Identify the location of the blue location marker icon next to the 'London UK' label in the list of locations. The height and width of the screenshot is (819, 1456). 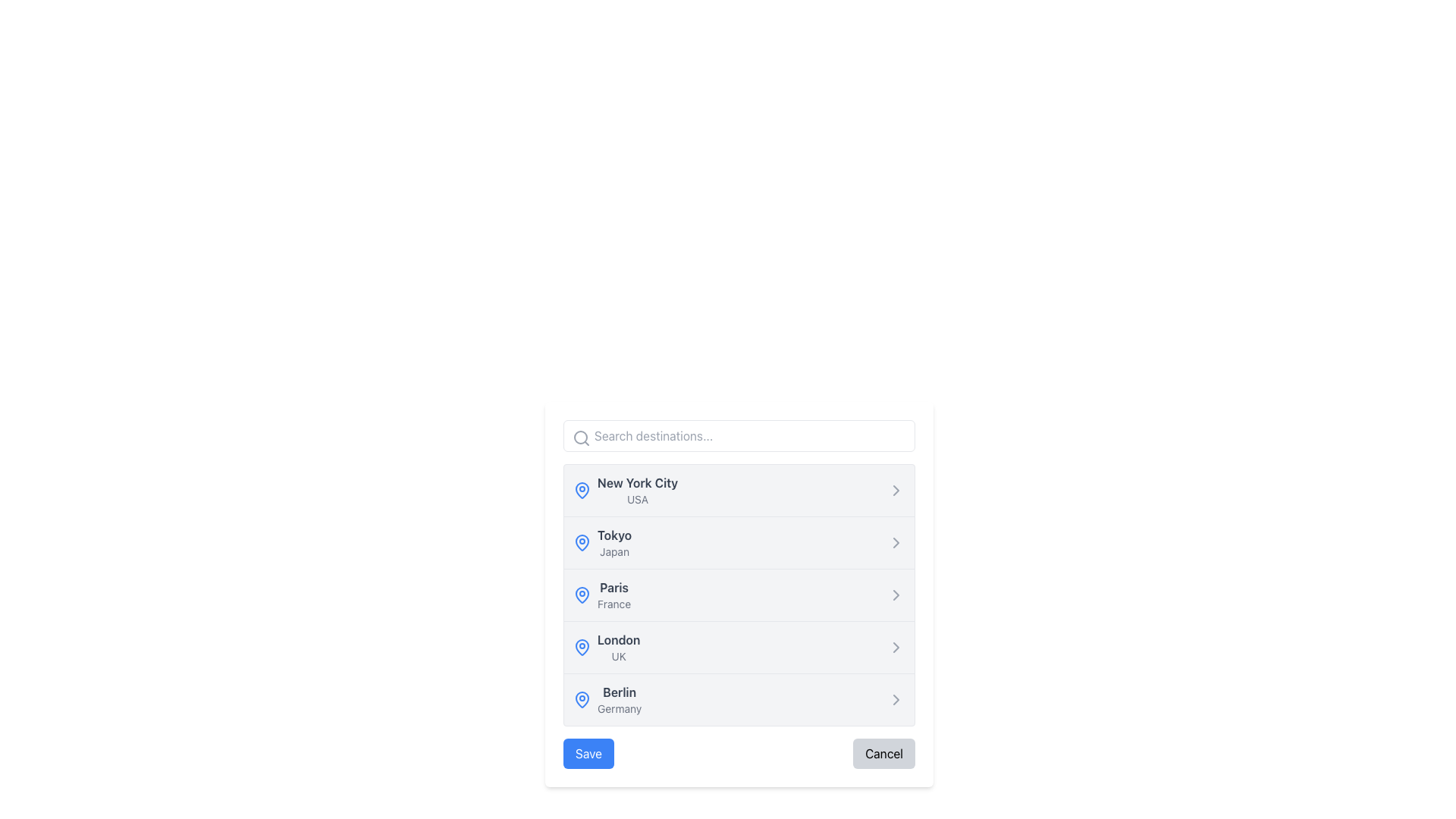
(582, 647).